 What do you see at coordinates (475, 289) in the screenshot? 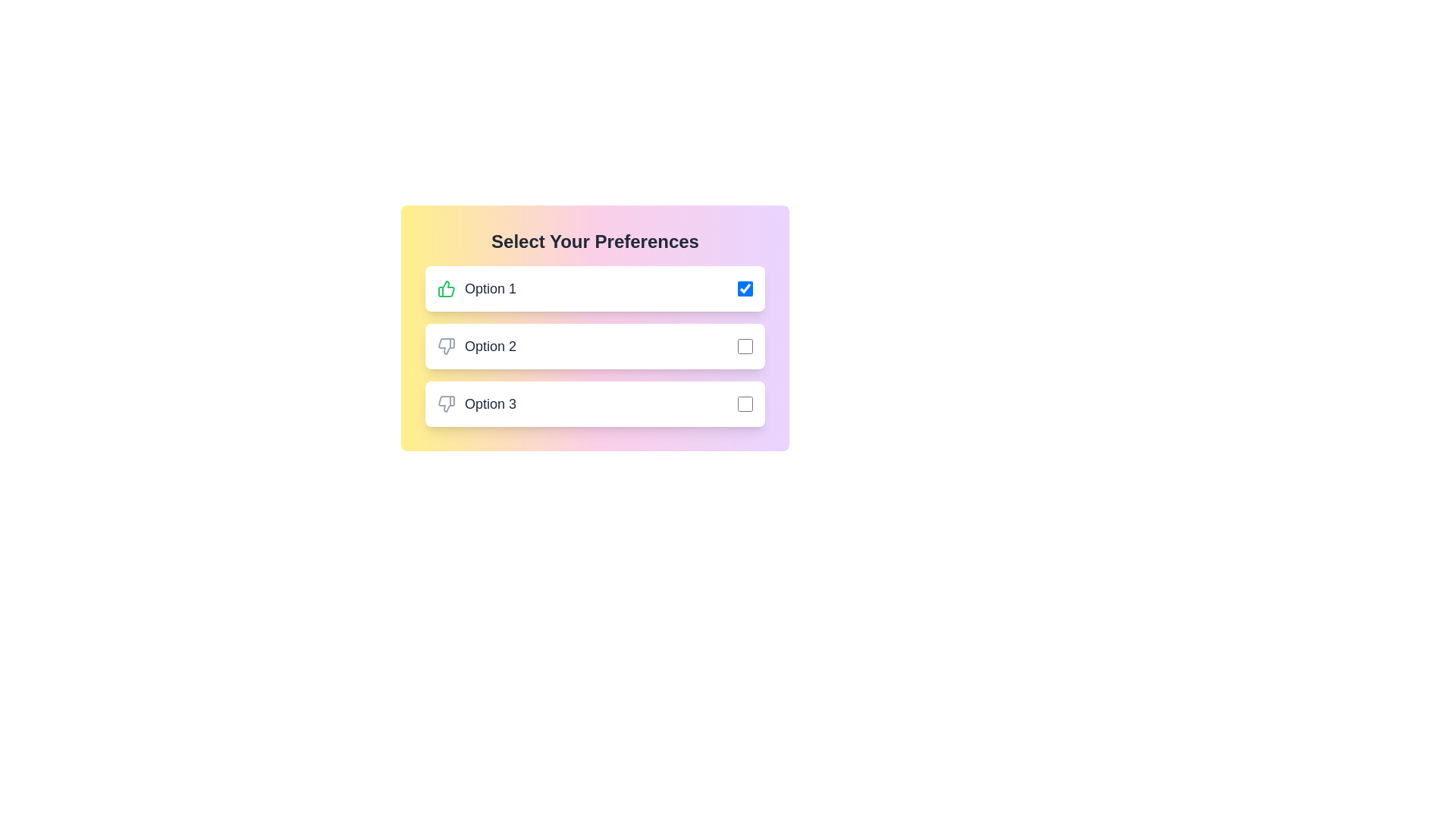
I see `the first list item containing a green thumbs-up icon and the label text 'Option 1' styled with a medium gray font` at bounding box center [475, 289].